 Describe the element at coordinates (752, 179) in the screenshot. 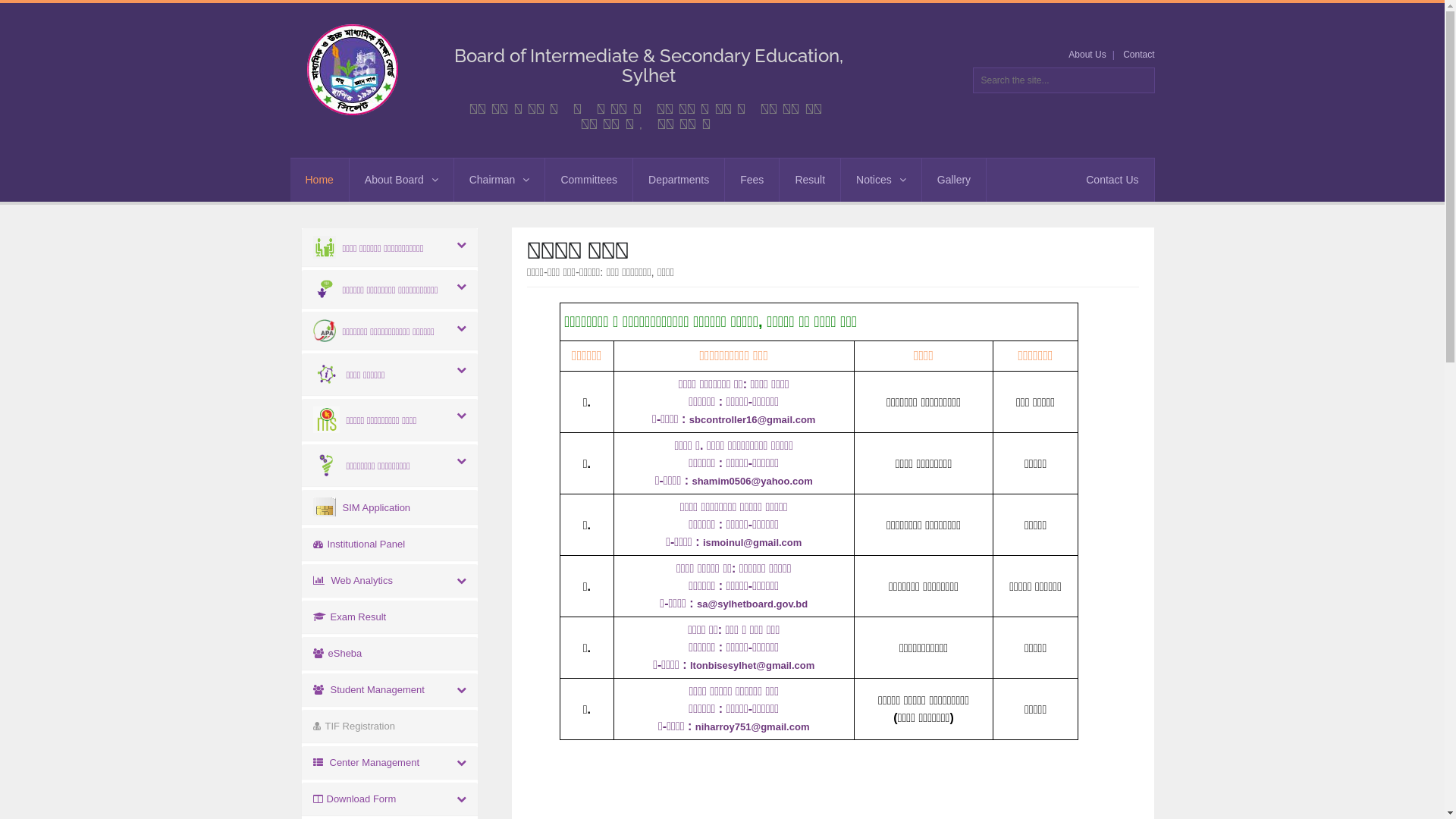

I see `'Fees'` at that location.